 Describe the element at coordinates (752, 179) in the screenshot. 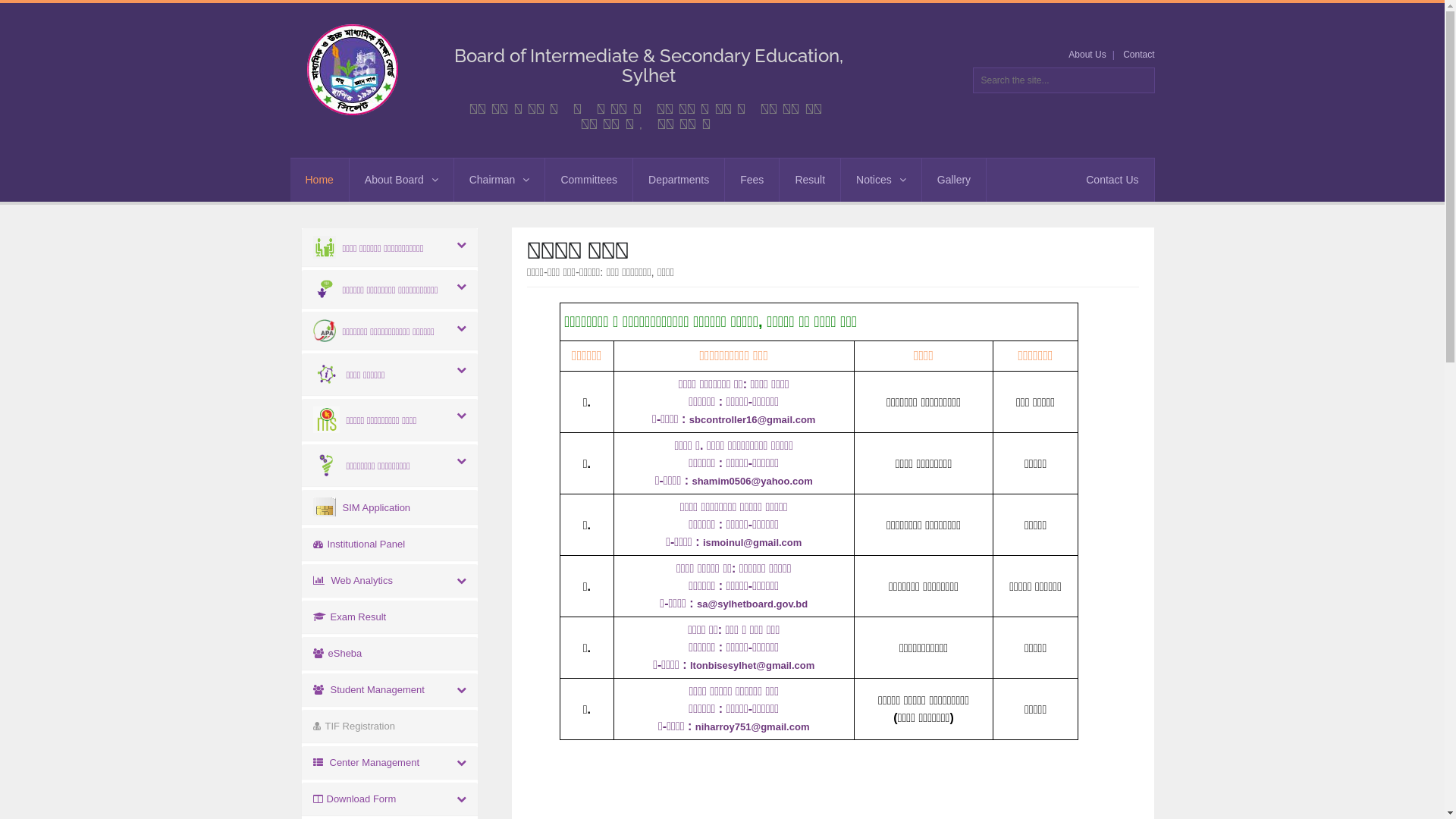

I see `'Fees'` at that location.